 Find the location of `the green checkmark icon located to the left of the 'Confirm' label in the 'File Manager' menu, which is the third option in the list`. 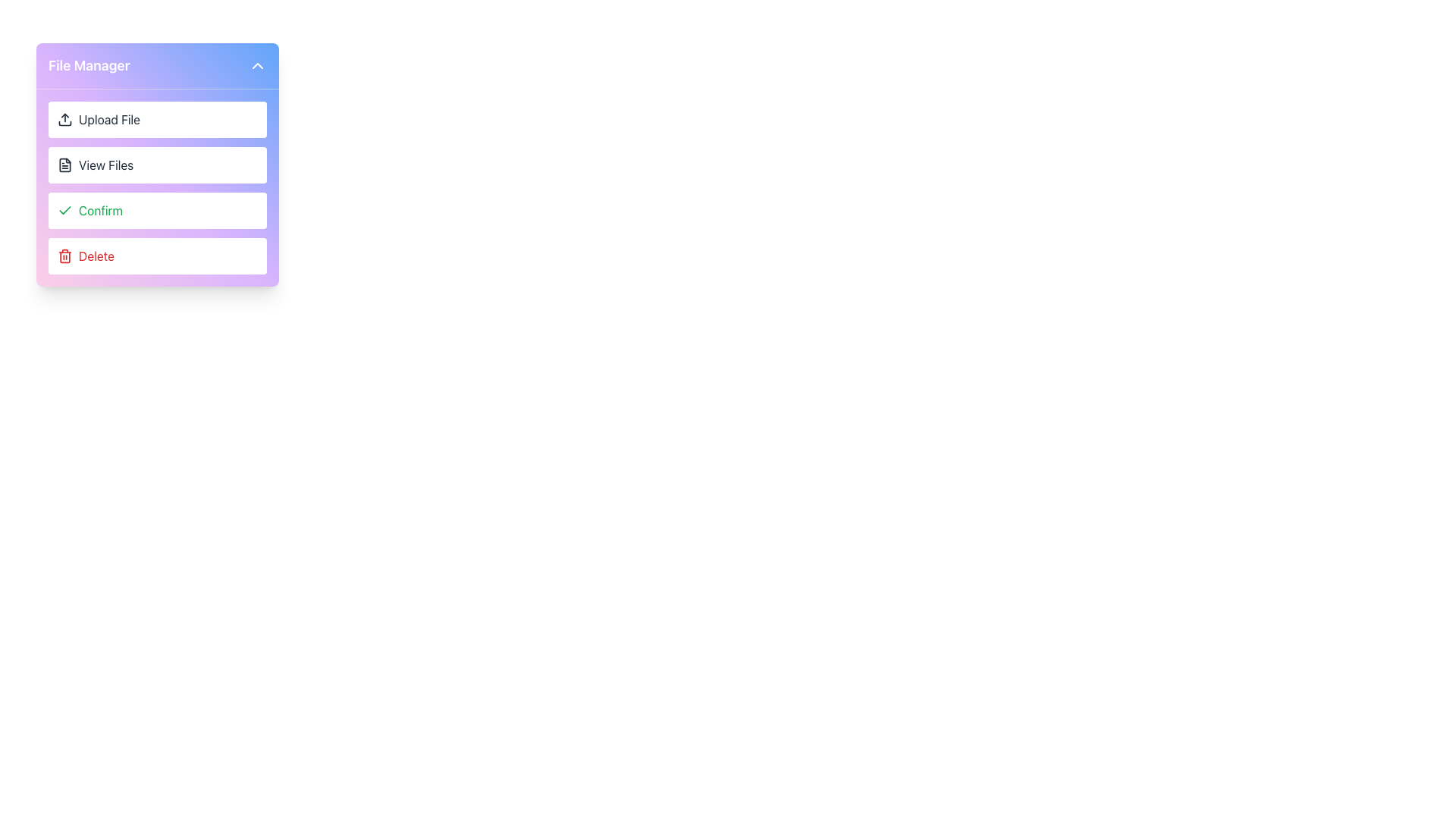

the green checkmark icon located to the left of the 'Confirm' label in the 'File Manager' menu, which is the third option in the list is located at coordinates (64, 210).